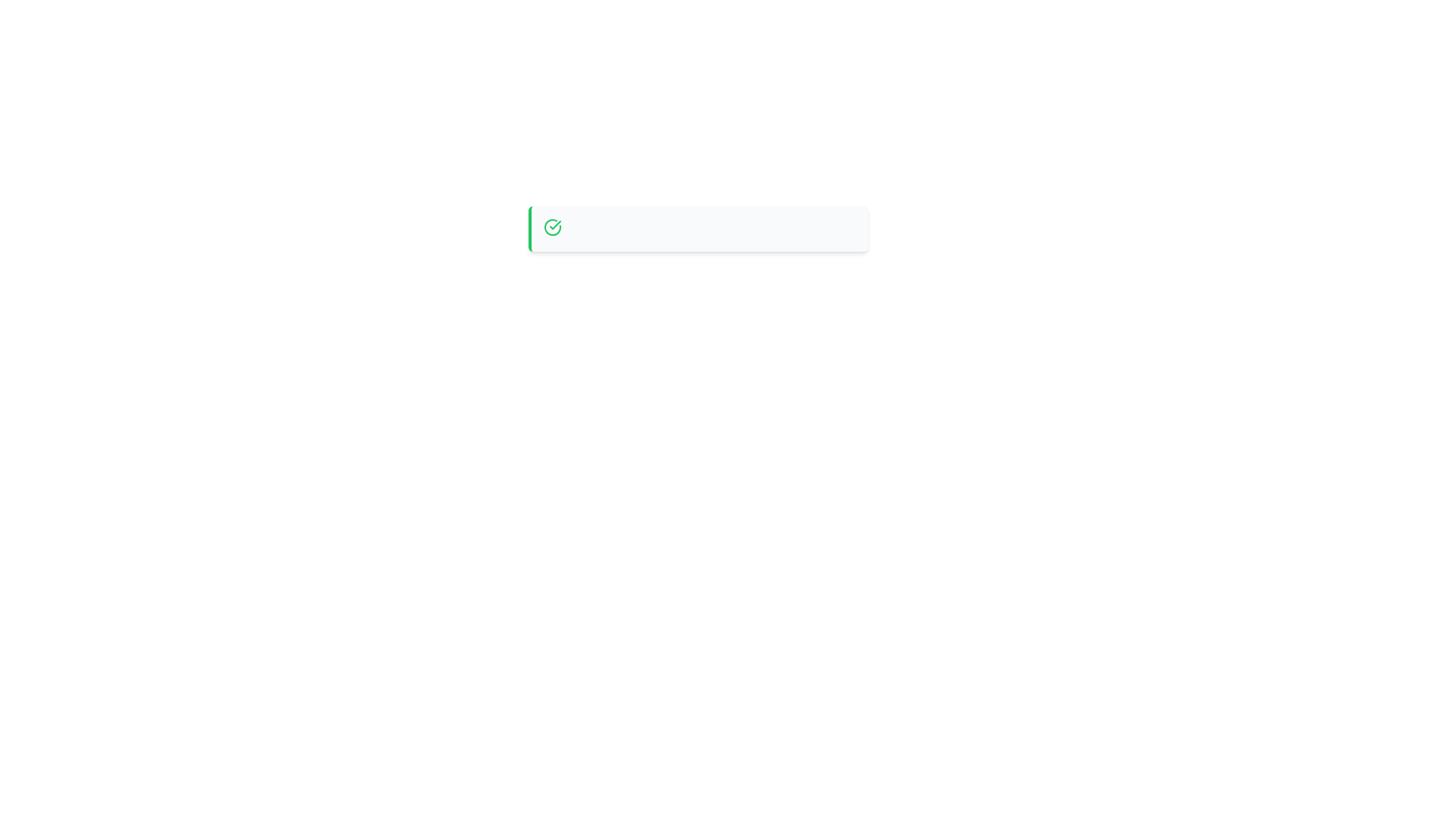  What do you see at coordinates (698, 228) in the screenshot?
I see `information contained in the notification bar located in the center upper portion of the viewport, identified by its green outline on the left` at bounding box center [698, 228].